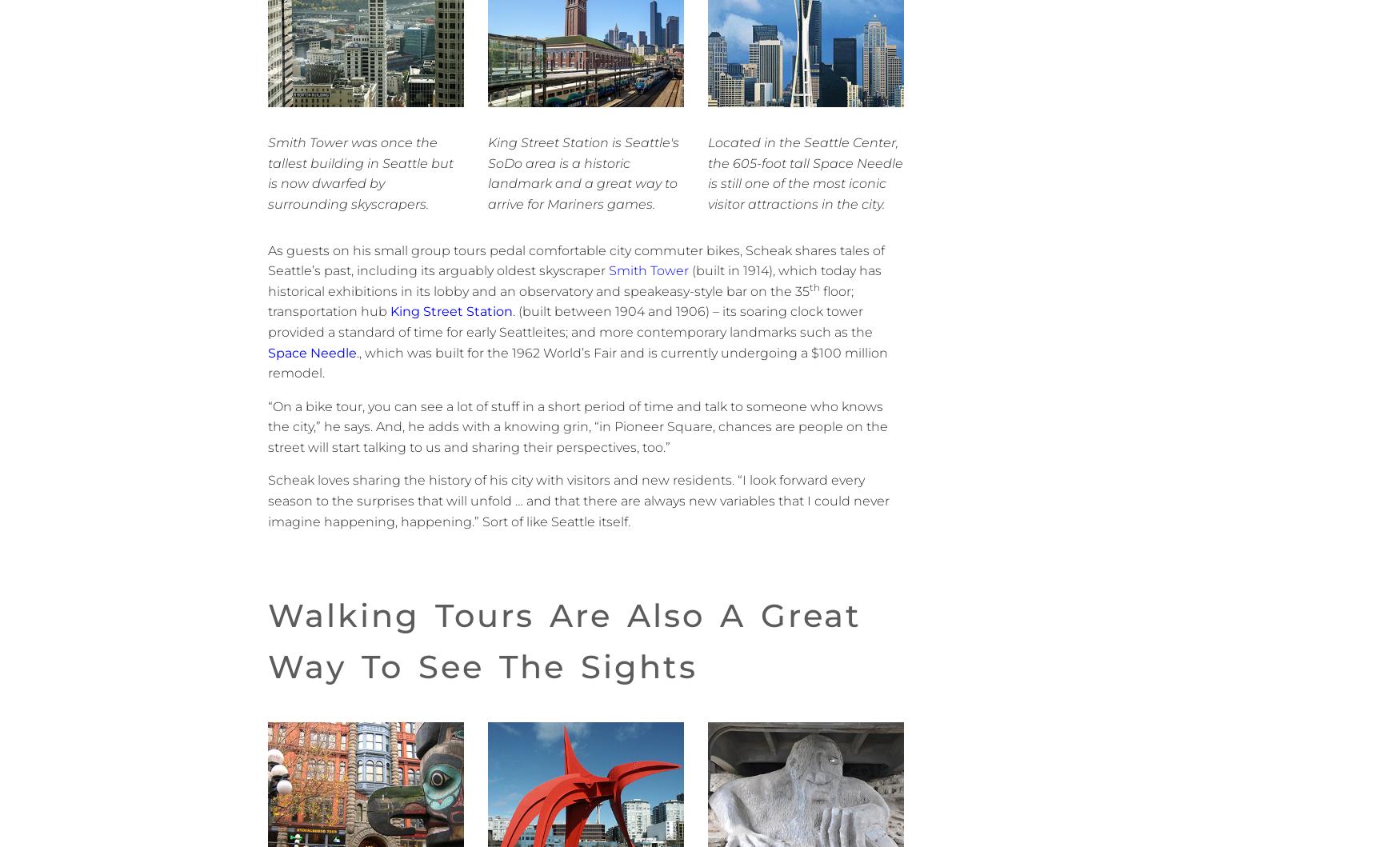  Describe the element at coordinates (578, 425) in the screenshot. I see `'“On a bike tour, you can see a lot of stuff in a short period of time and talk to someone who knows the city,” he says. And, he adds with a knowing grin, “in Pioneer Square, chances are people on the street will start talking to us and sharing their perspectives, too.”'` at that location.